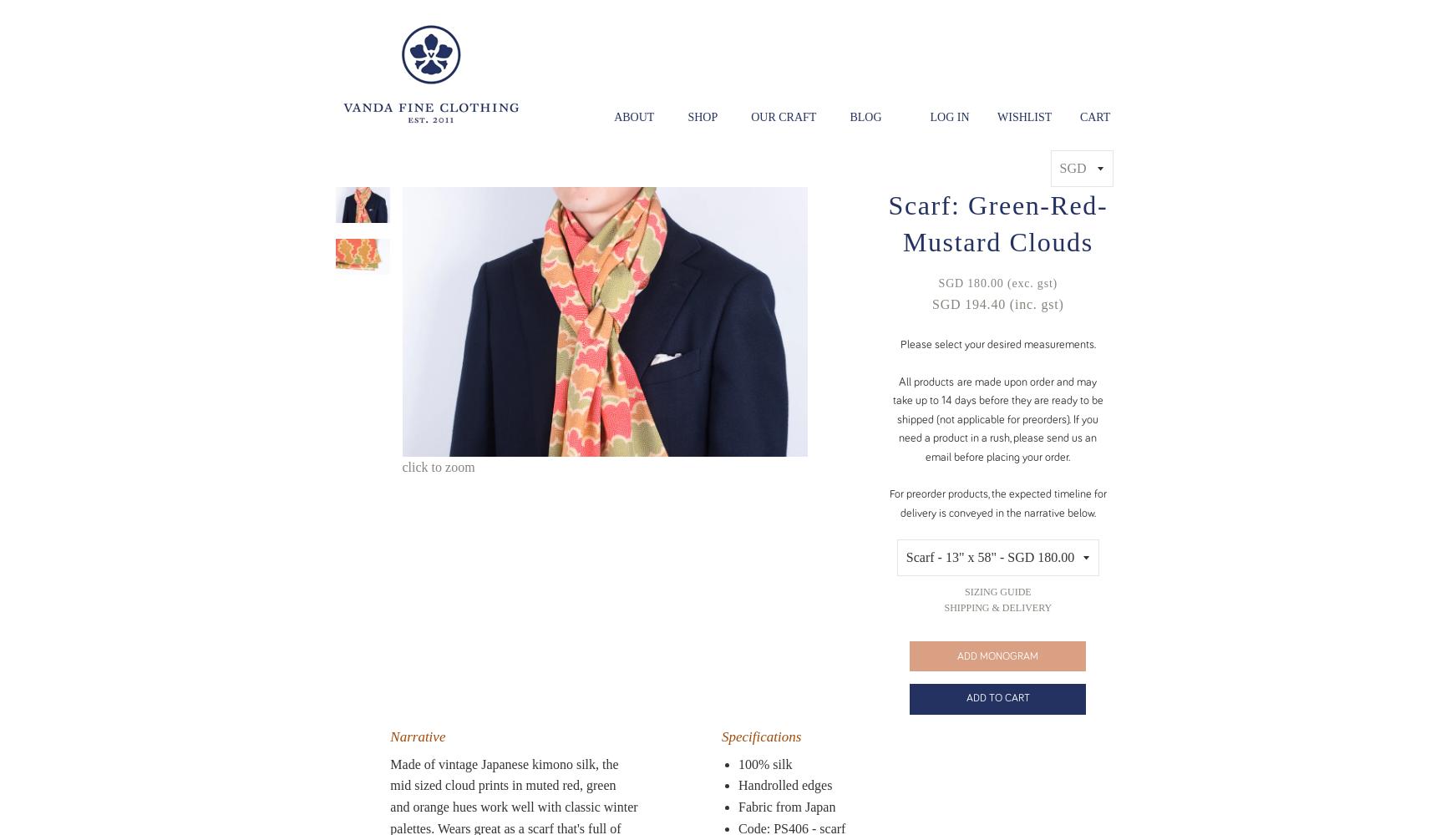  Describe the element at coordinates (786, 805) in the screenshot. I see `'Fabric from Japan'` at that location.